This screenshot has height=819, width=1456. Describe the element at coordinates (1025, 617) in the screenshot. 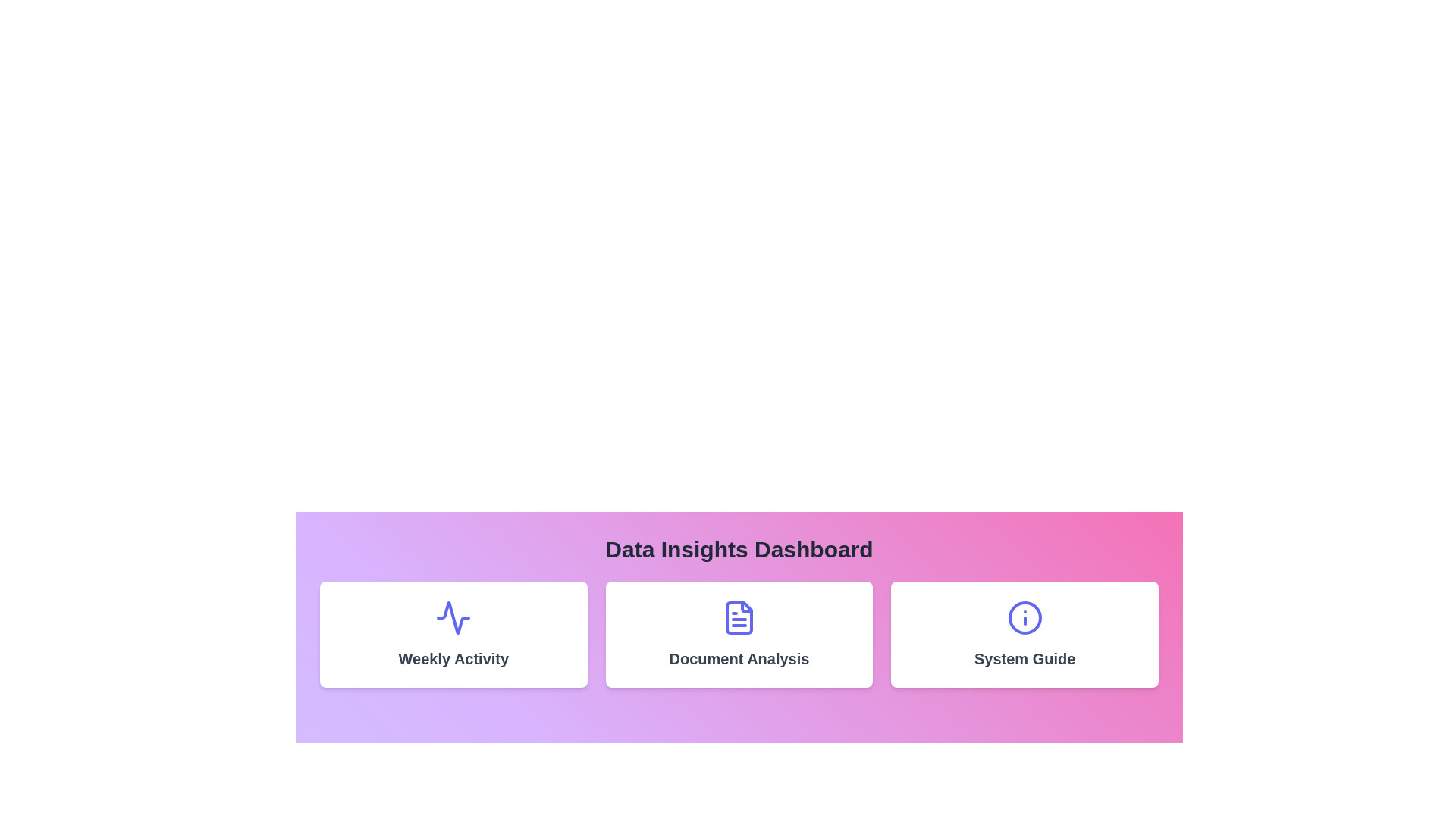

I see `SVG Circle element located in the 'System Guide' section, which has a blue stroke and white fill, for further details` at that location.